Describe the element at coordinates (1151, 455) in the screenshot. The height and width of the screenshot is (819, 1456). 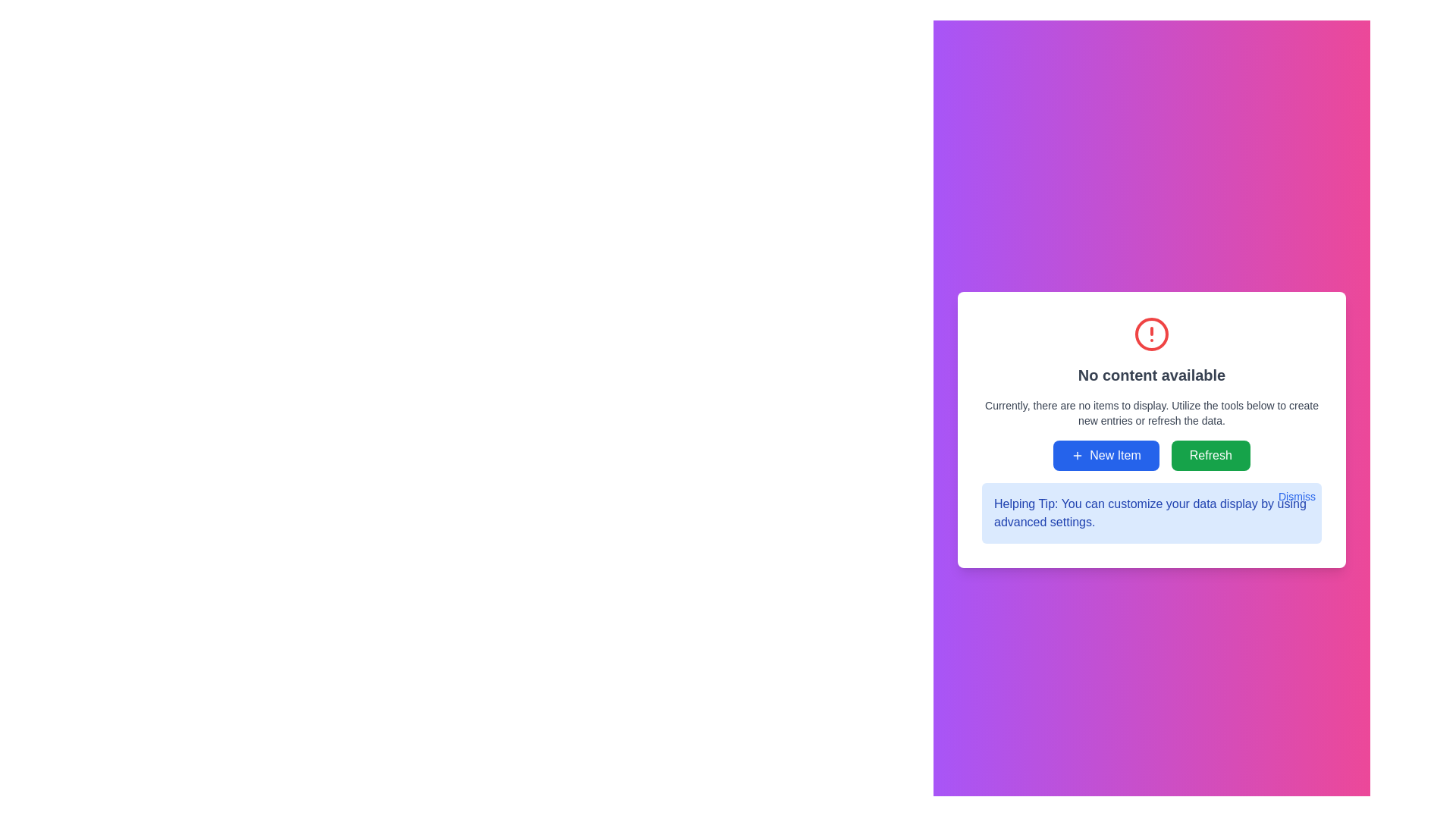
I see `the 'New Item' button, which is the blue button with white text and a plus sign icon, located in the Horizontal Button Group at the center of the white card` at that location.